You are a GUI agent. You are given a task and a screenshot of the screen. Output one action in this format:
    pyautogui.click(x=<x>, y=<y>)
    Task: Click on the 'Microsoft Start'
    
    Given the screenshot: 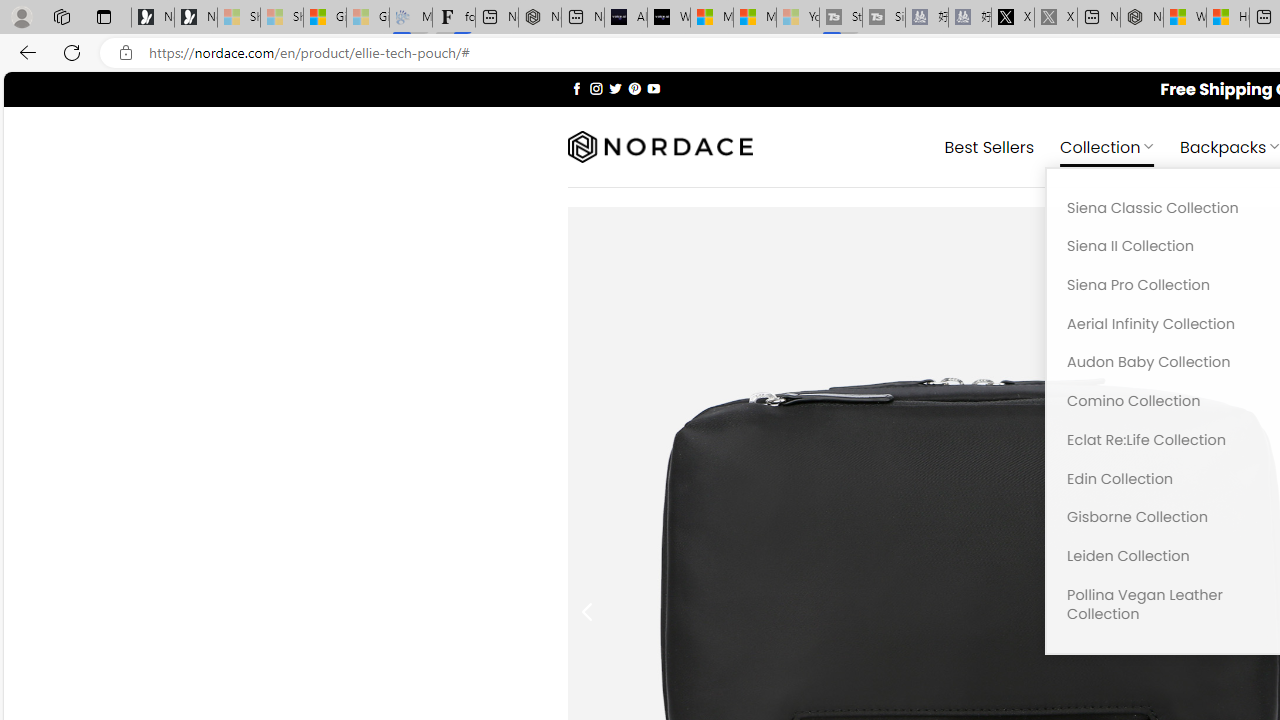 What is the action you would take?
    pyautogui.click(x=753, y=17)
    